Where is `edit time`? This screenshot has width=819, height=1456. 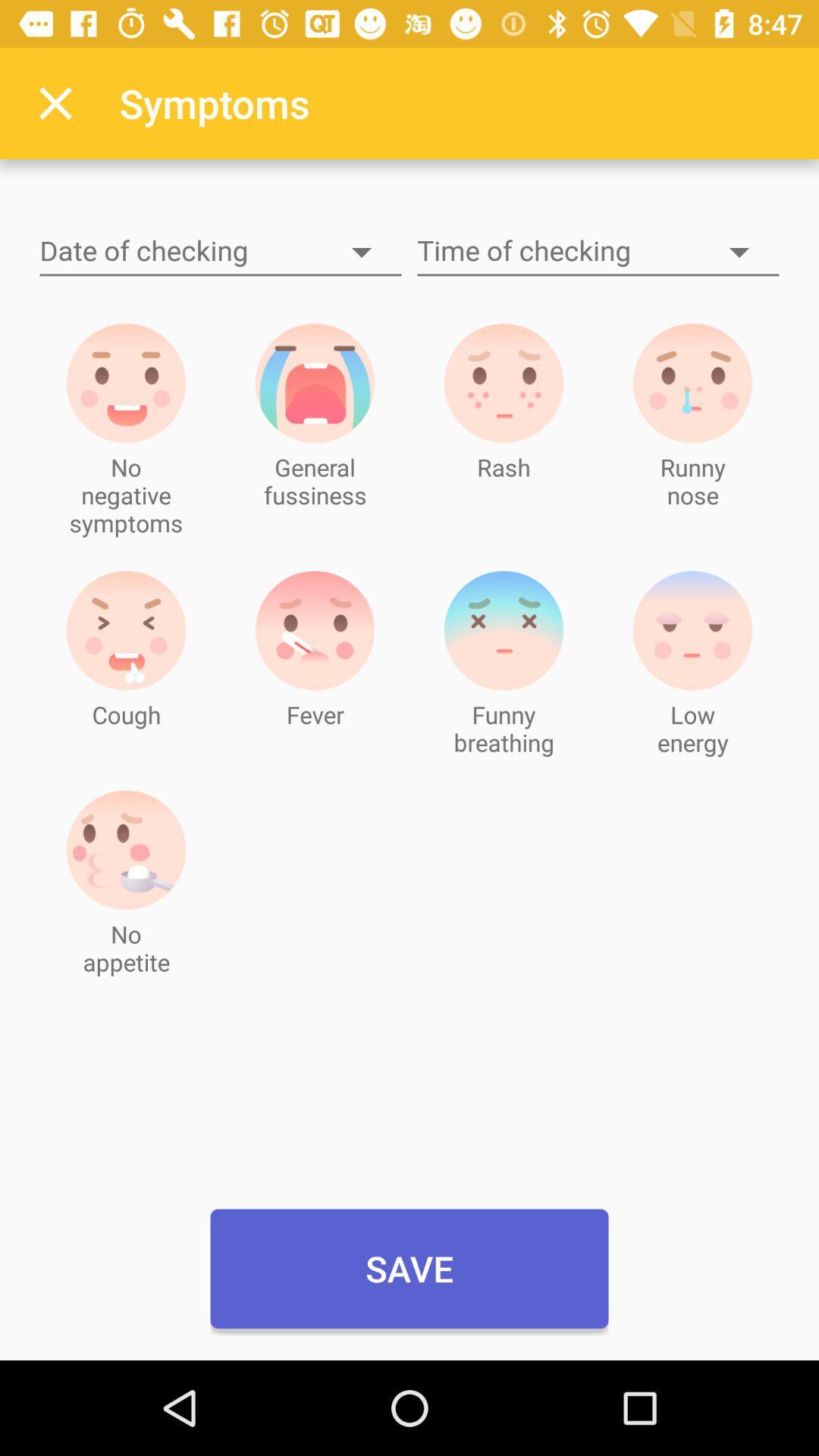
edit time is located at coordinates (598, 252).